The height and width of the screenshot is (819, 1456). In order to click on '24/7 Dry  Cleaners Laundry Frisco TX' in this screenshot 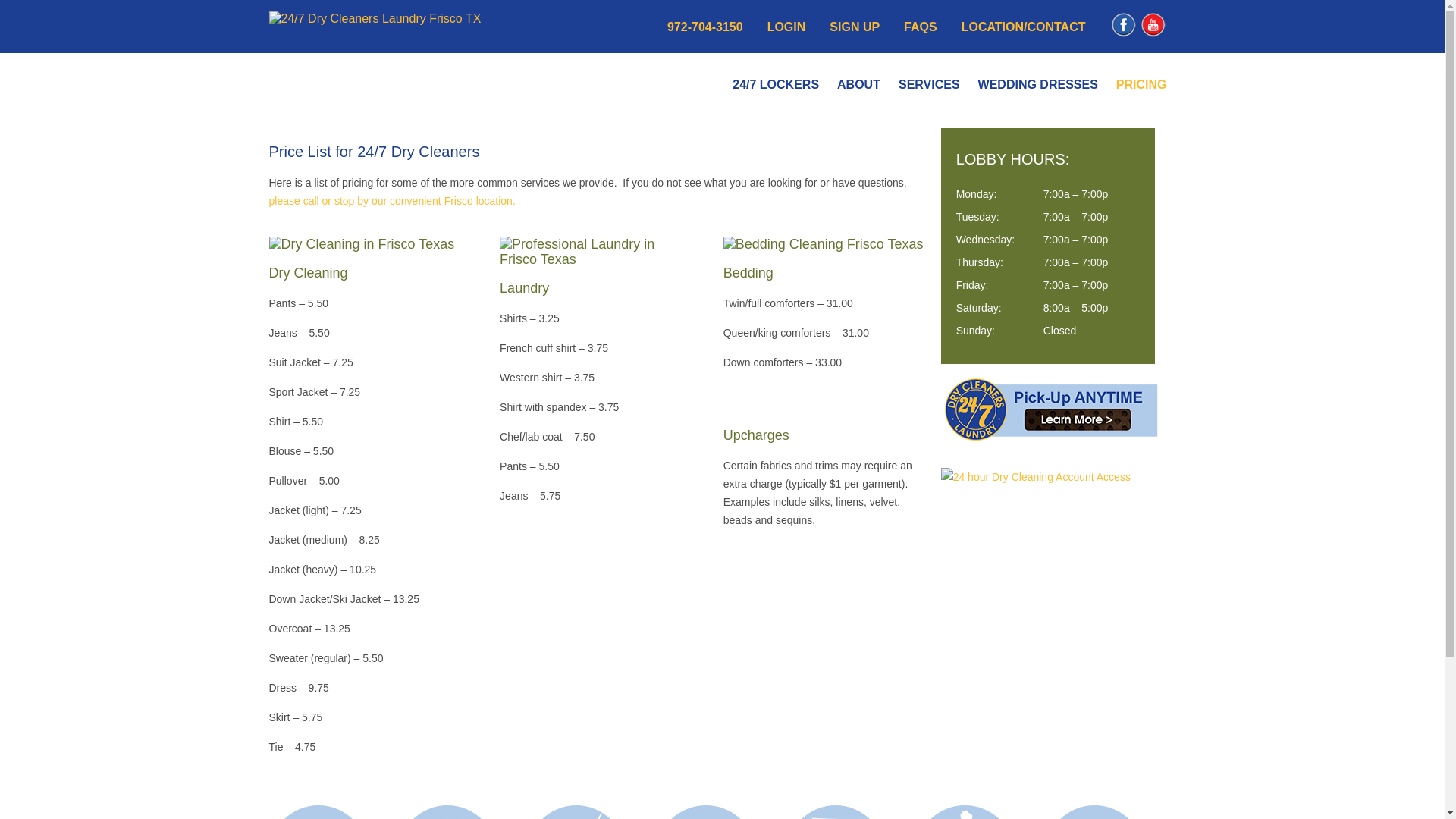, I will do `click(375, 18)`.